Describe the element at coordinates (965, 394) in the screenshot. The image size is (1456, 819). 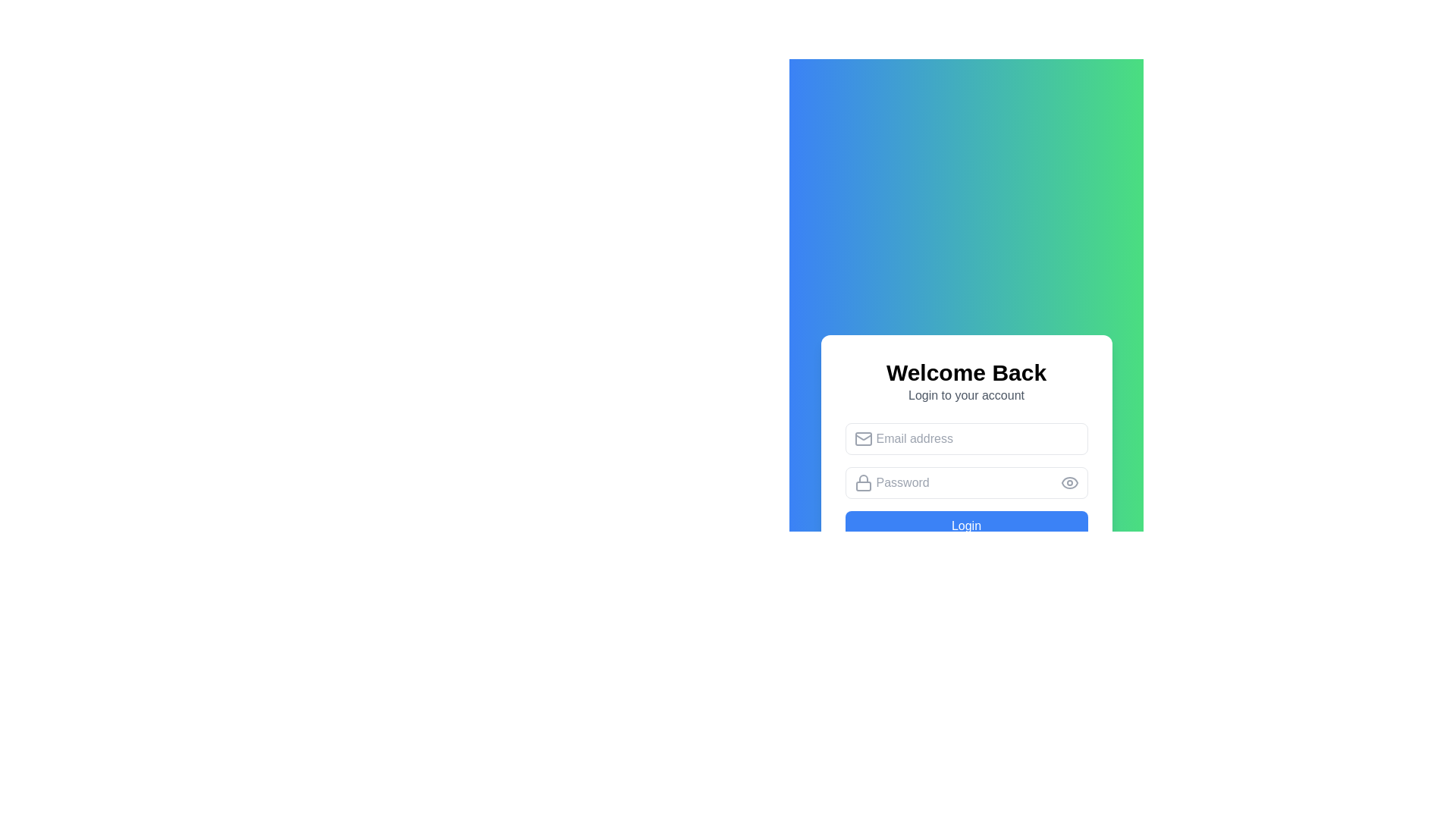
I see `the textual label that says 'Login to your account', which is styled in gray and positioned below the 'Welcome Back' heading` at that location.